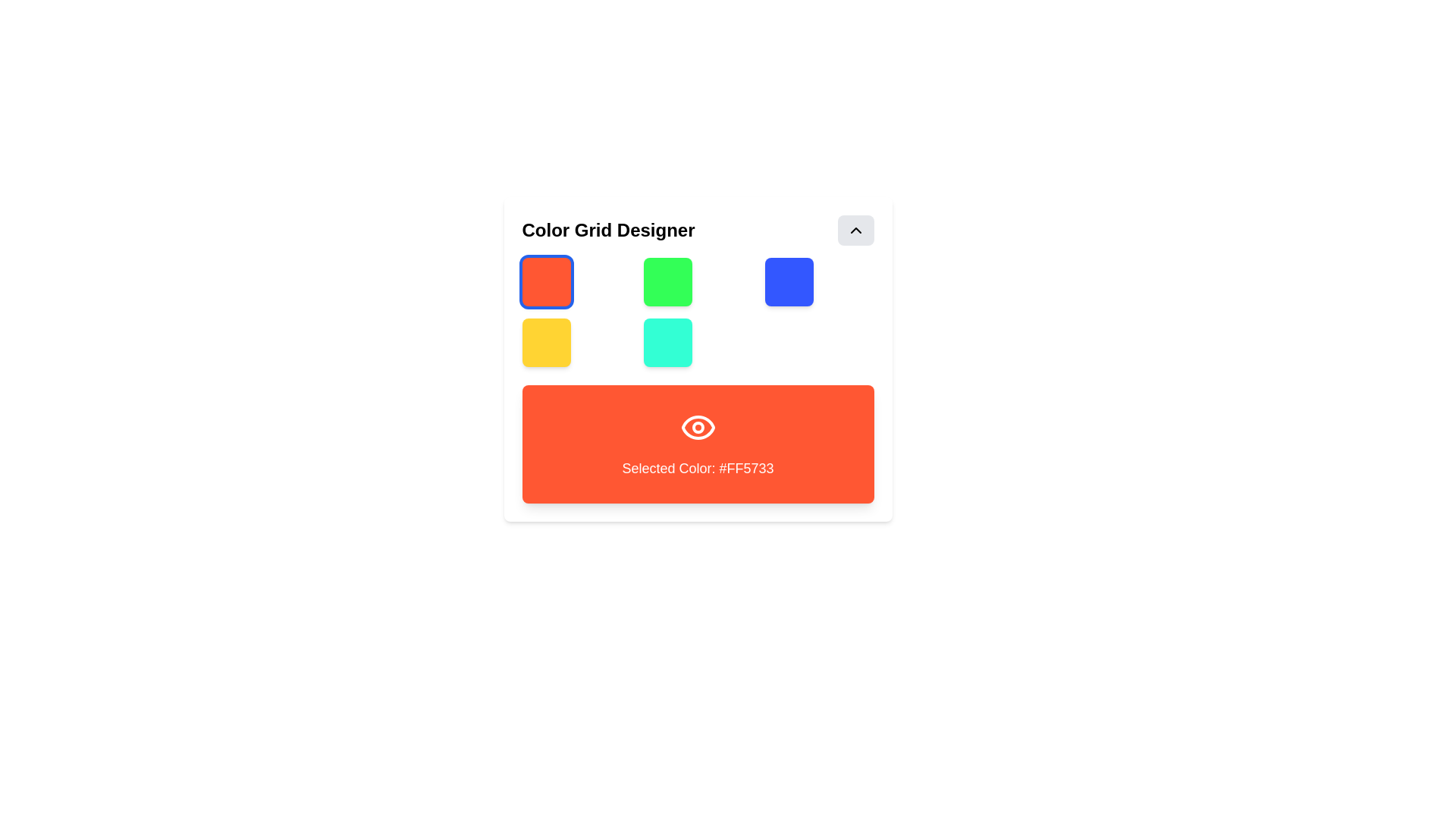 This screenshot has height=819, width=1456. I want to click on the upward-pointing chevron icon within the rounded rectangular button in the top right corner of the 'Color Grid Designer' card to observe the hover effect, so click(855, 231).